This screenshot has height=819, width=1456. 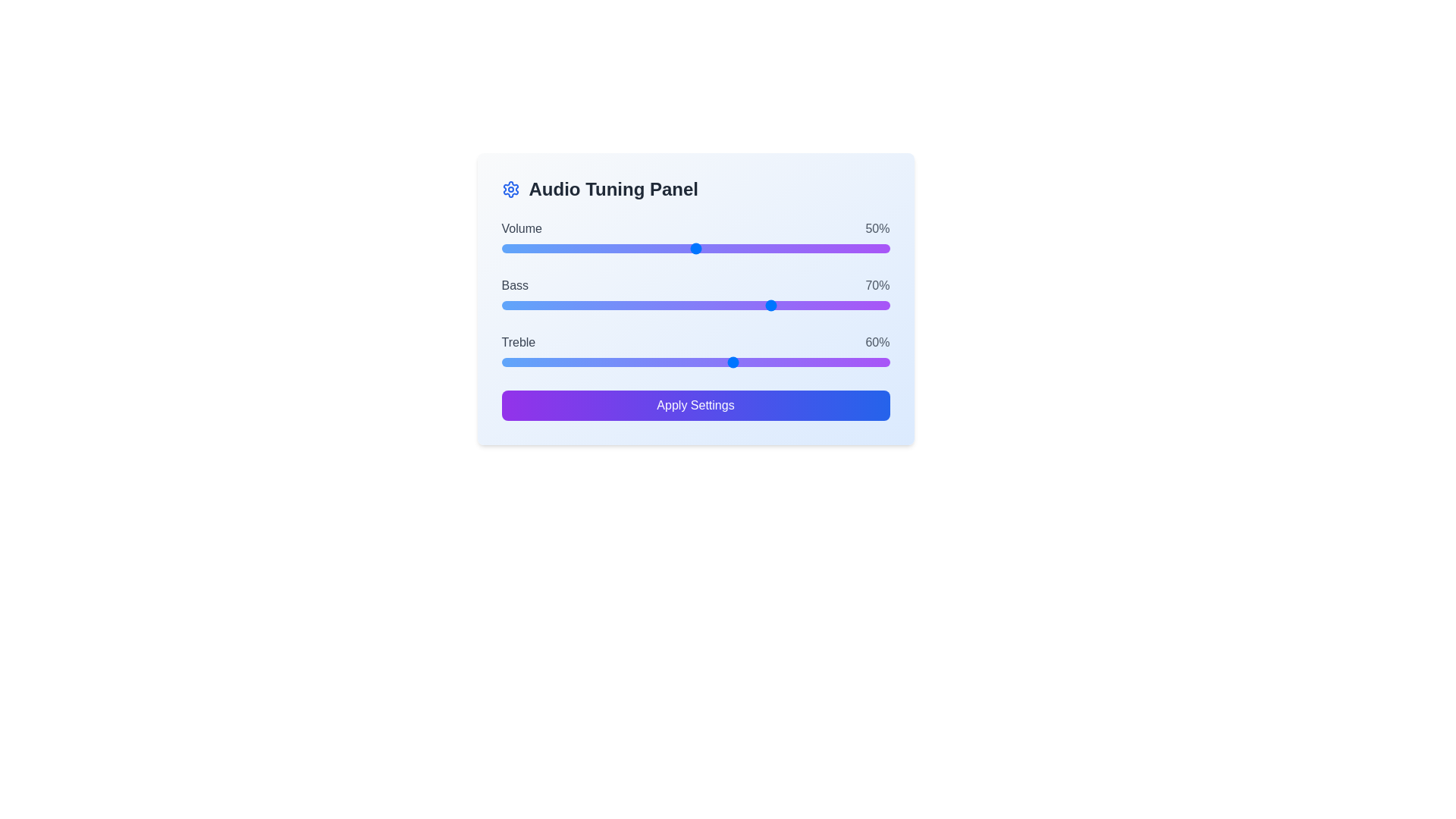 What do you see at coordinates (877, 342) in the screenshot?
I see `the Text Label displaying the current percentage value for the 'Treble' setting` at bounding box center [877, 342].